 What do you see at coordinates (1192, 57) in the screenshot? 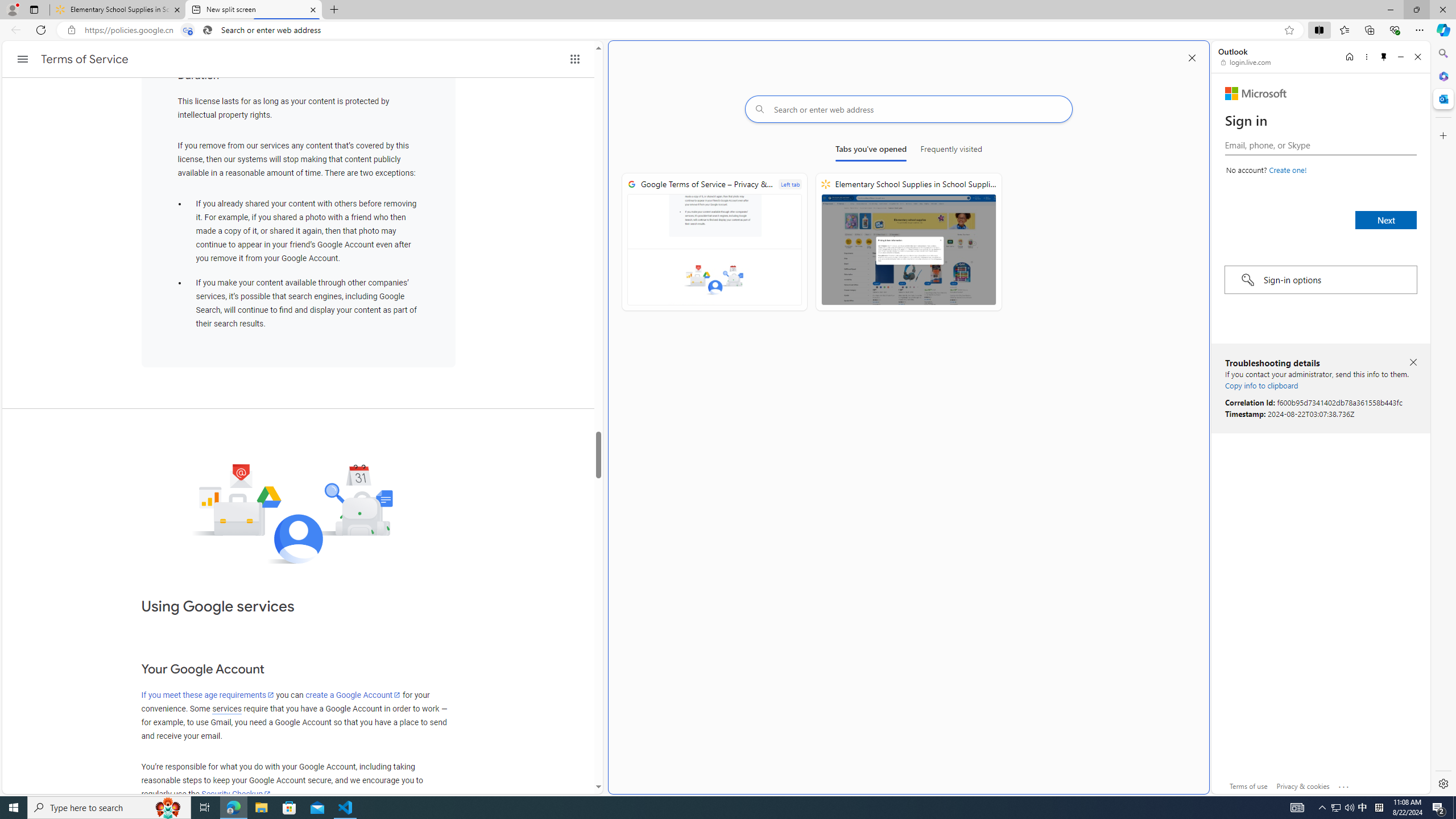
I see `'Close split screen'` at bounding box center [1192, 57].